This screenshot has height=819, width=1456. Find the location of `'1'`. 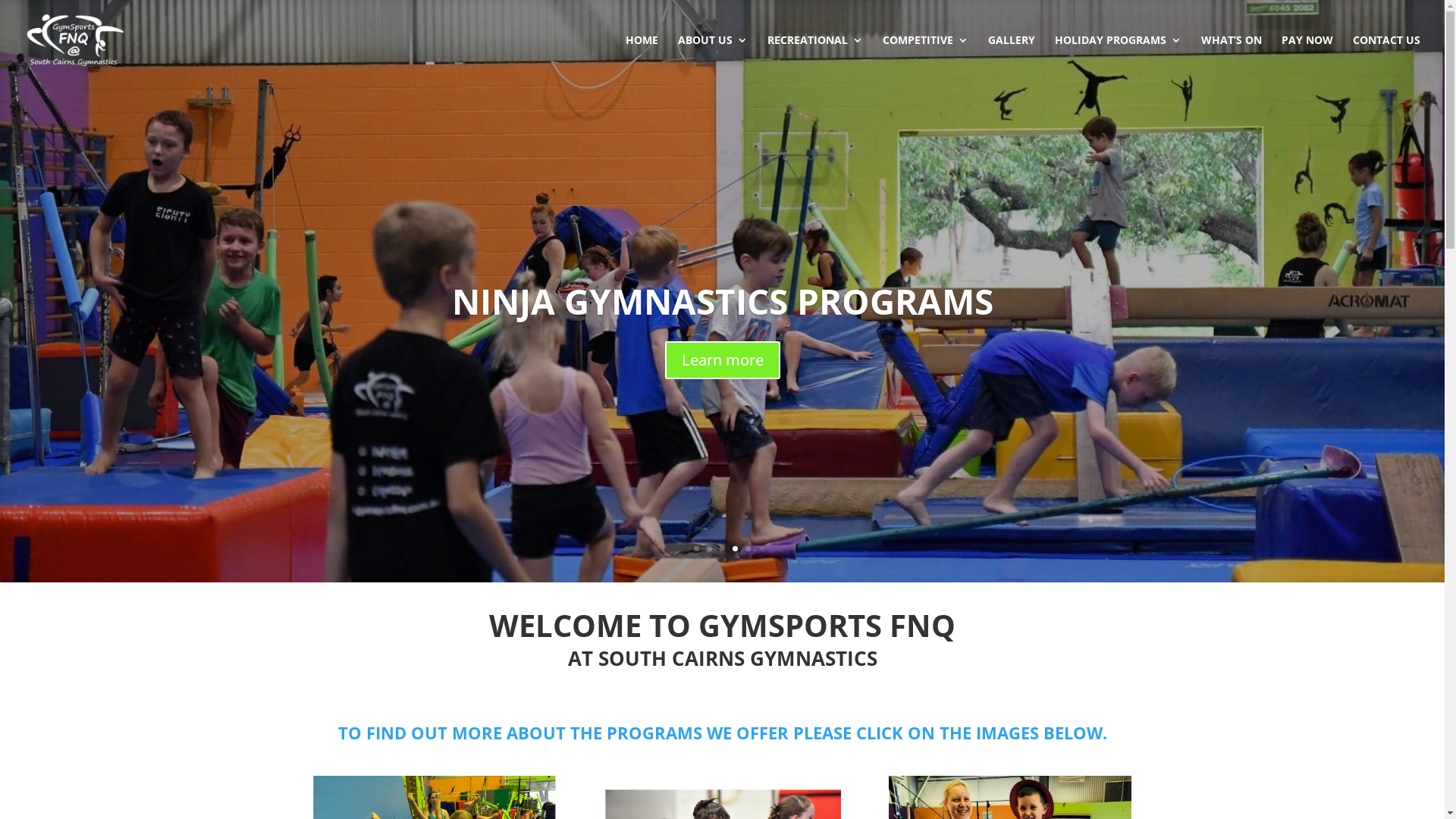

'1' is located at coordinates (695, 548).